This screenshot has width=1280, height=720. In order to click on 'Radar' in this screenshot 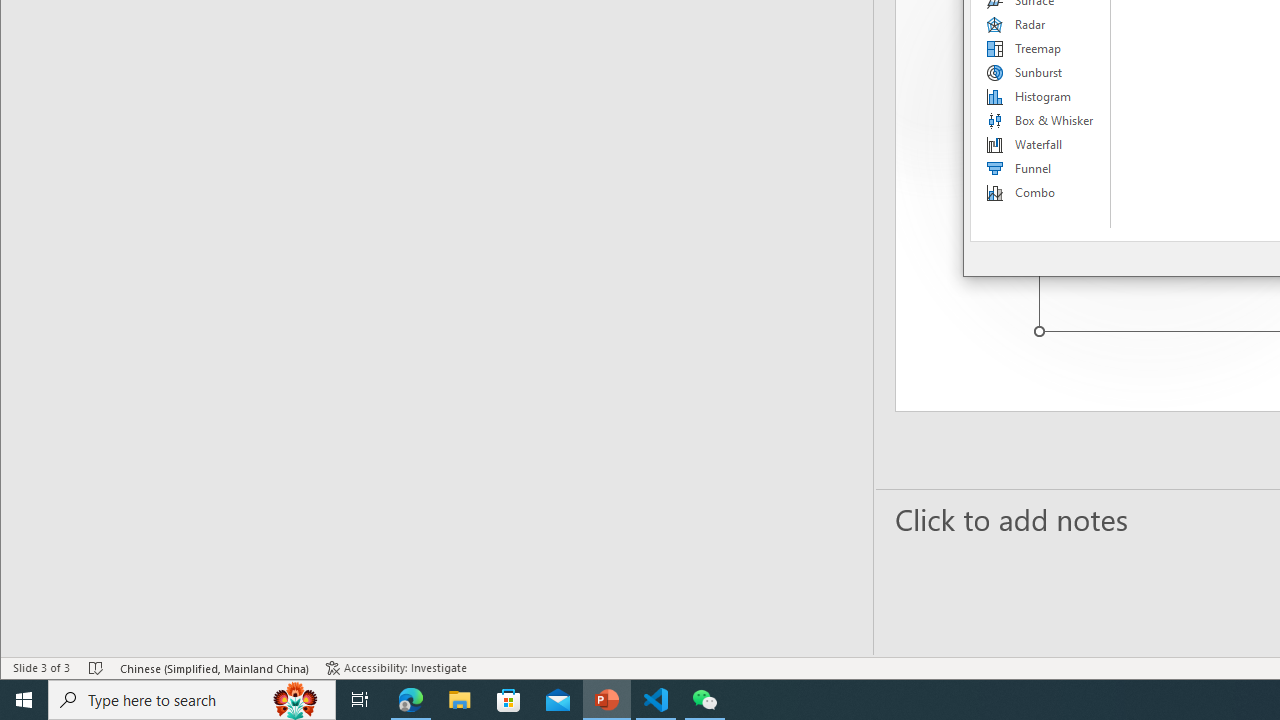, I will do `click(1040, 24)`.